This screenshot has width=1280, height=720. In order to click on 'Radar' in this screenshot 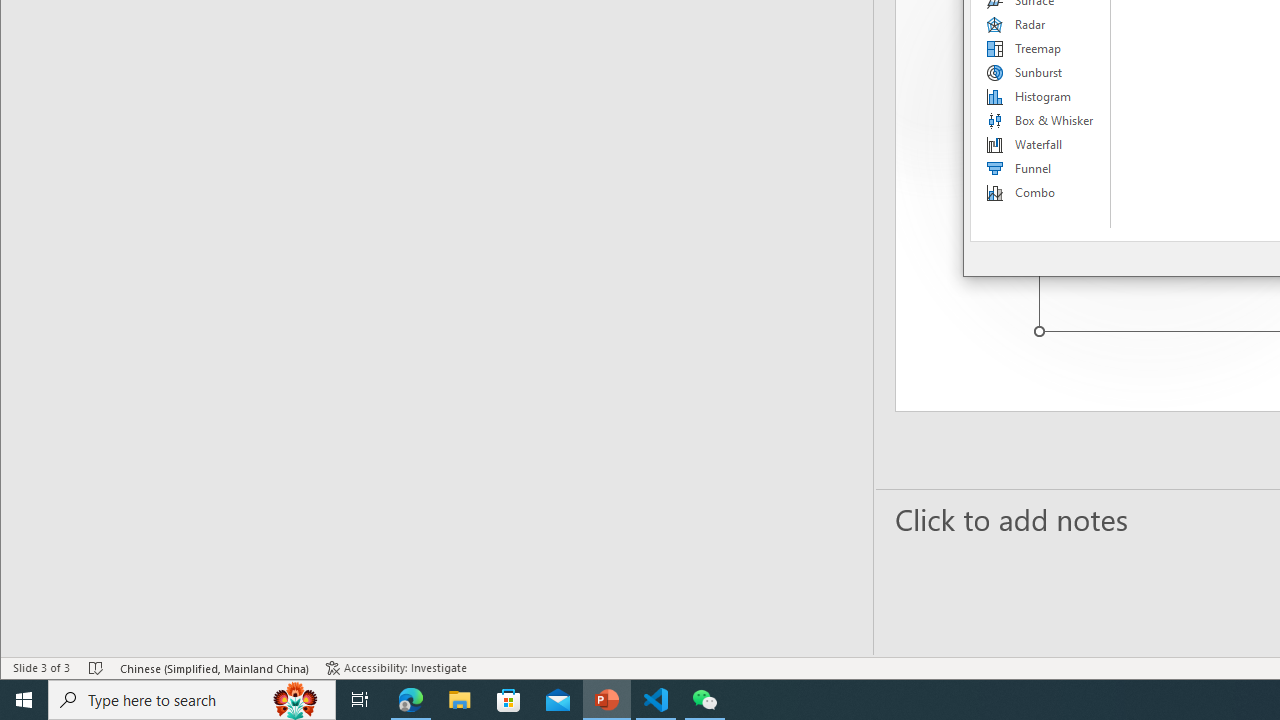, I will do `click(1040, 24)`.